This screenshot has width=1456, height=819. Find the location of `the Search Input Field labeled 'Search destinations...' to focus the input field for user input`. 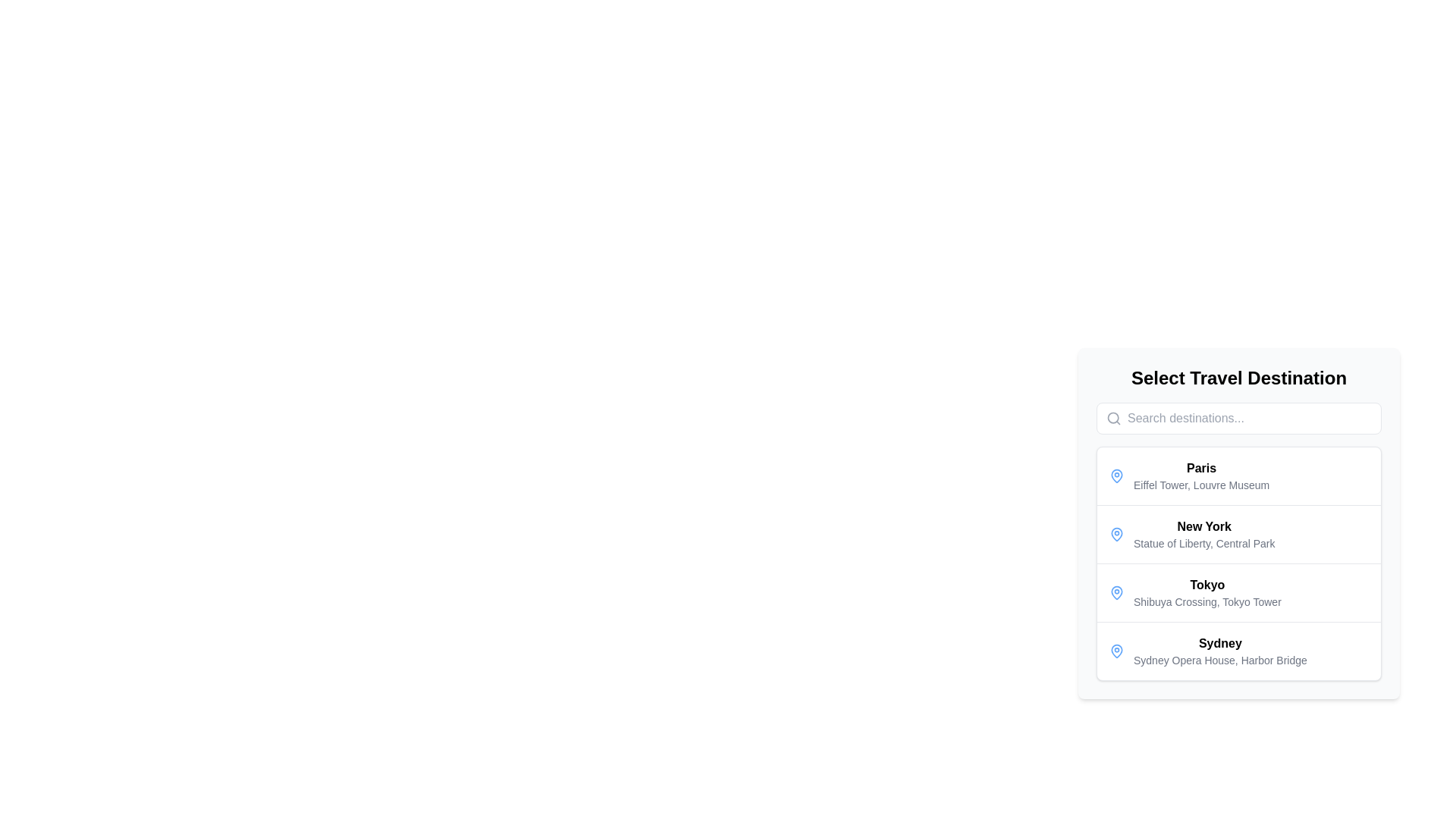

the Search Input Field labeled 'Search destinations...' to focus the input field for user input is located at coordinates (1238, 418).